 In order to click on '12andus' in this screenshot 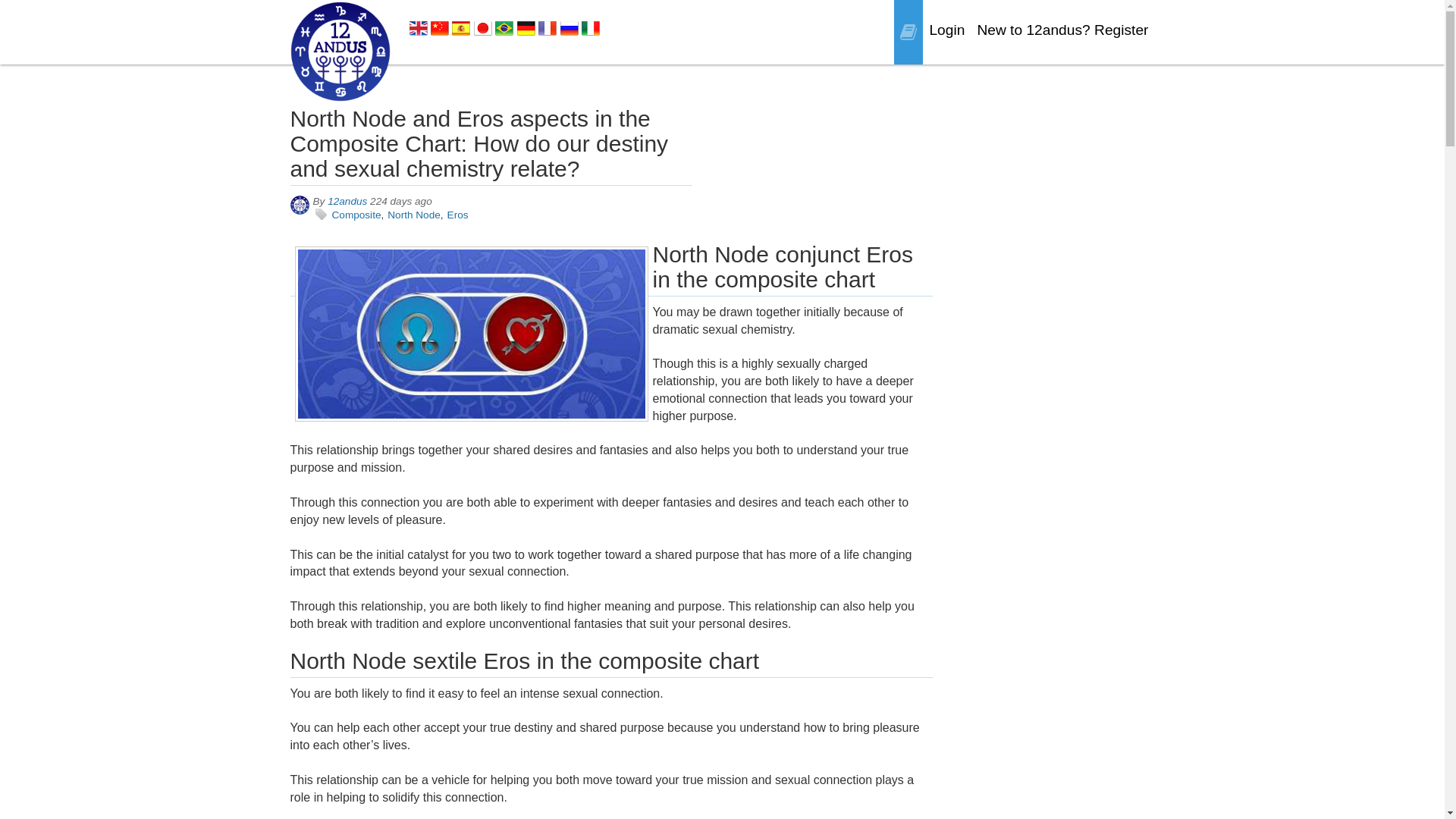, I will do `click(290, 205)`.